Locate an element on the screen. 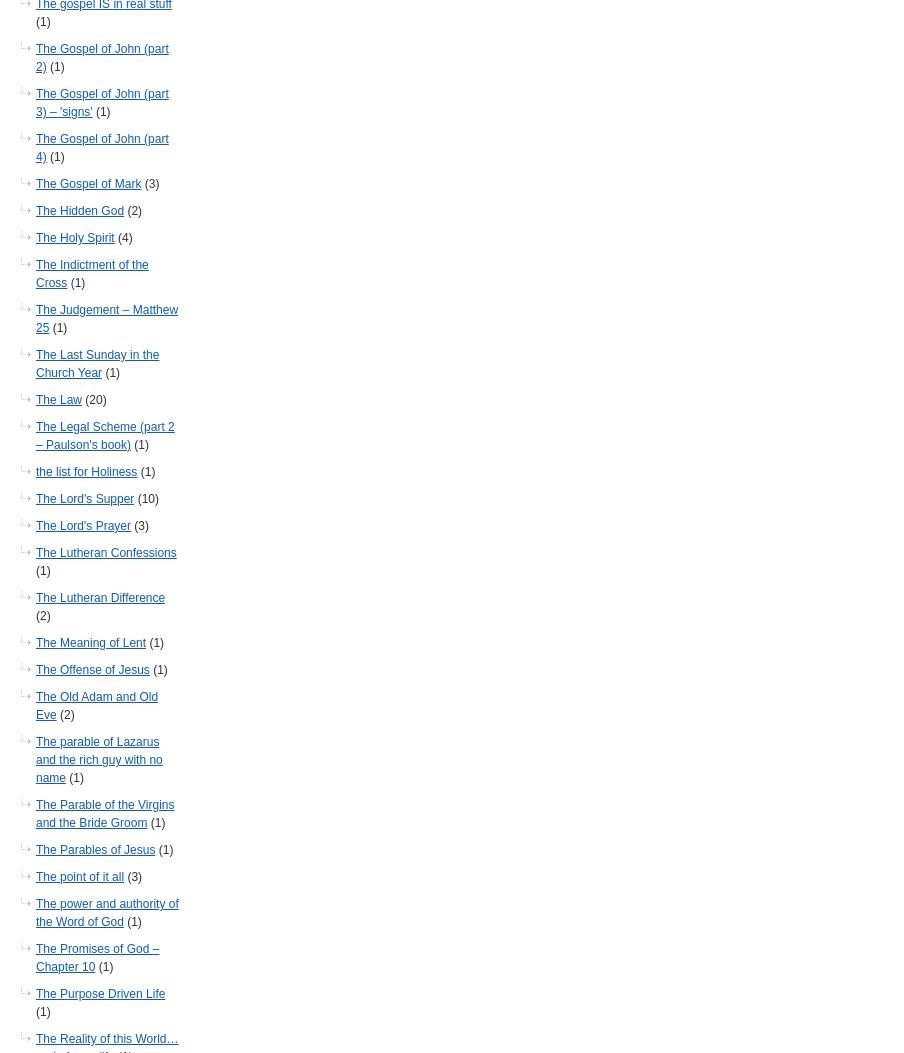  'The Hidden God' is located at coordinates (80, 211).